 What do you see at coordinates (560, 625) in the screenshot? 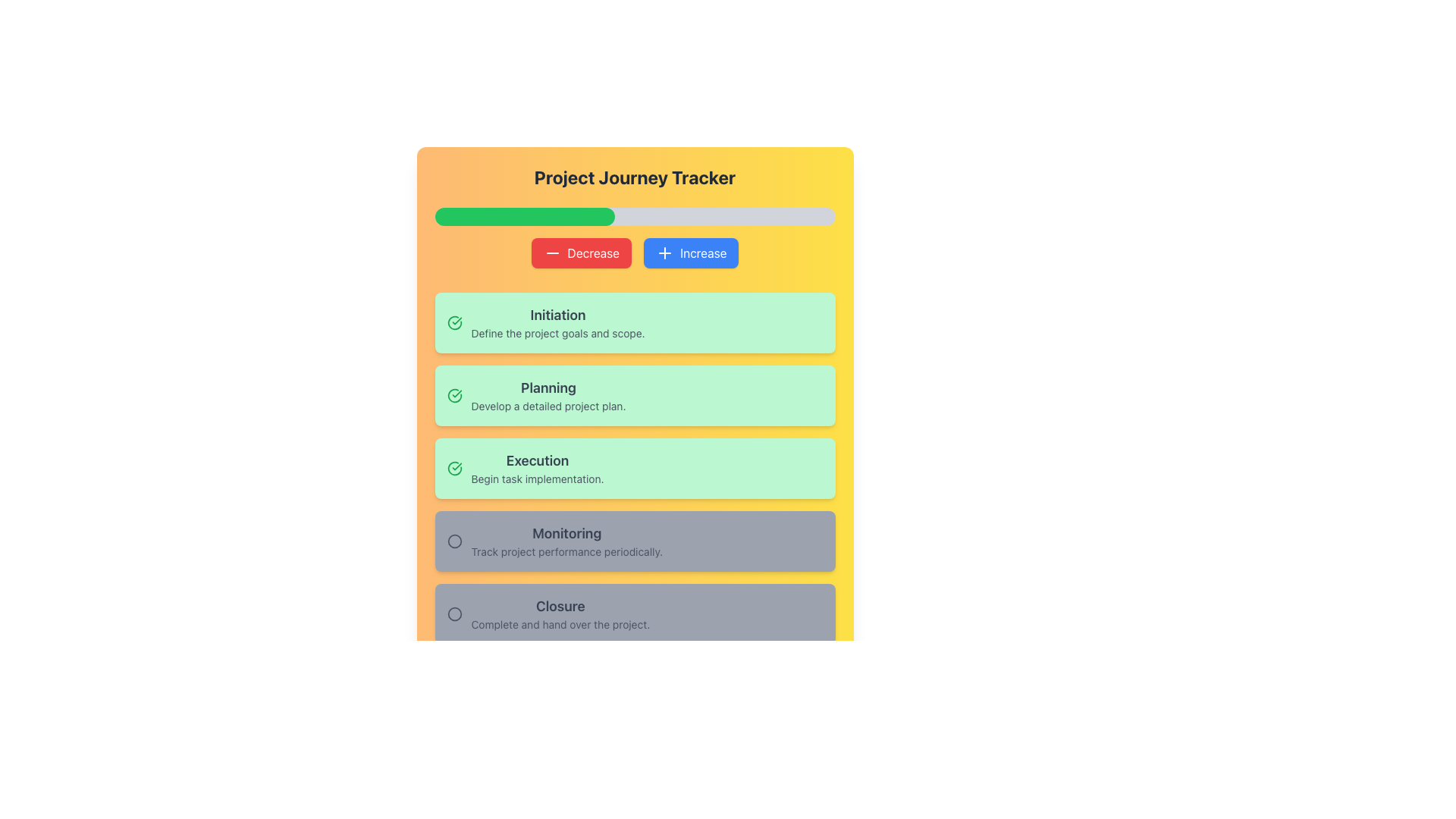
I see `the text element reading 'Complete and hand over the project.' which is styled in gray and located at the bottom-most list of tasks under the 'Closure' label` at bounding box center [560, 625].